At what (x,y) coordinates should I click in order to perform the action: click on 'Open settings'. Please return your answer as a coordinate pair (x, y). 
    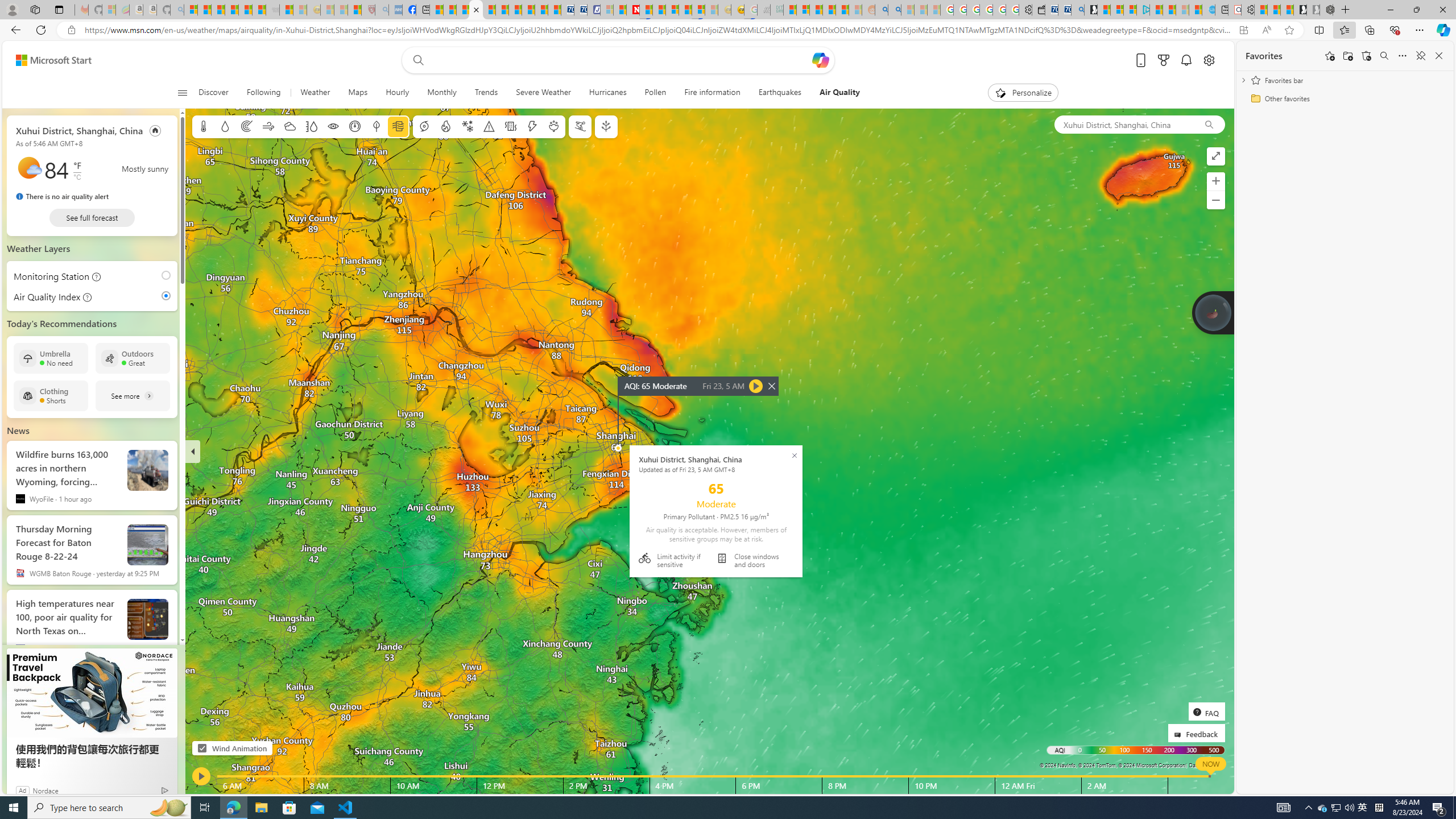
    Looking at the image, I should click on (1207, 60).